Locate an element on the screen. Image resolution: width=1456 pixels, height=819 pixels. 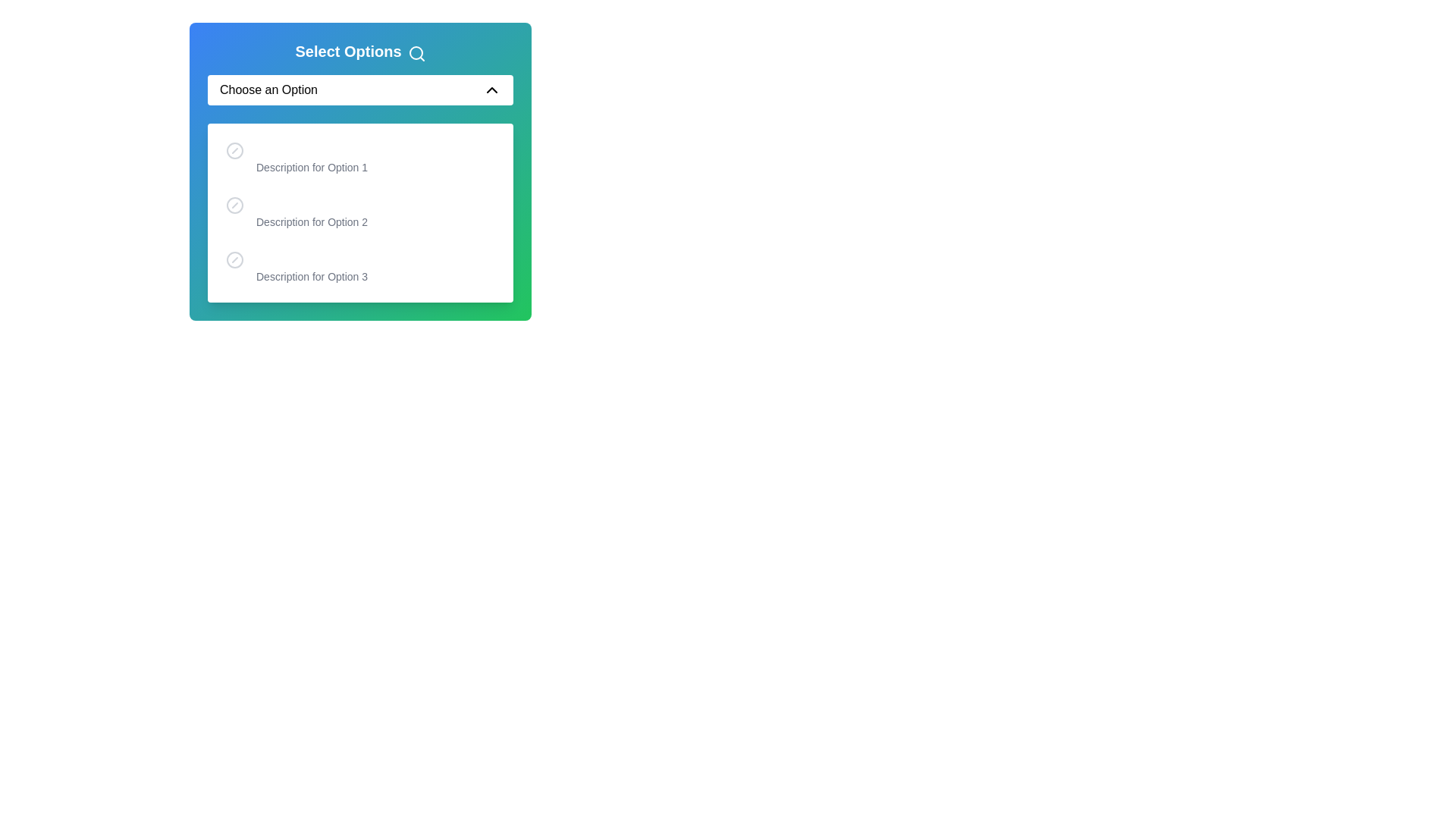
the static text element providing additional details for 'Option 1' in the dropdown menu, located directly below the title 'Option 1' is located at coordinates (311, 167).